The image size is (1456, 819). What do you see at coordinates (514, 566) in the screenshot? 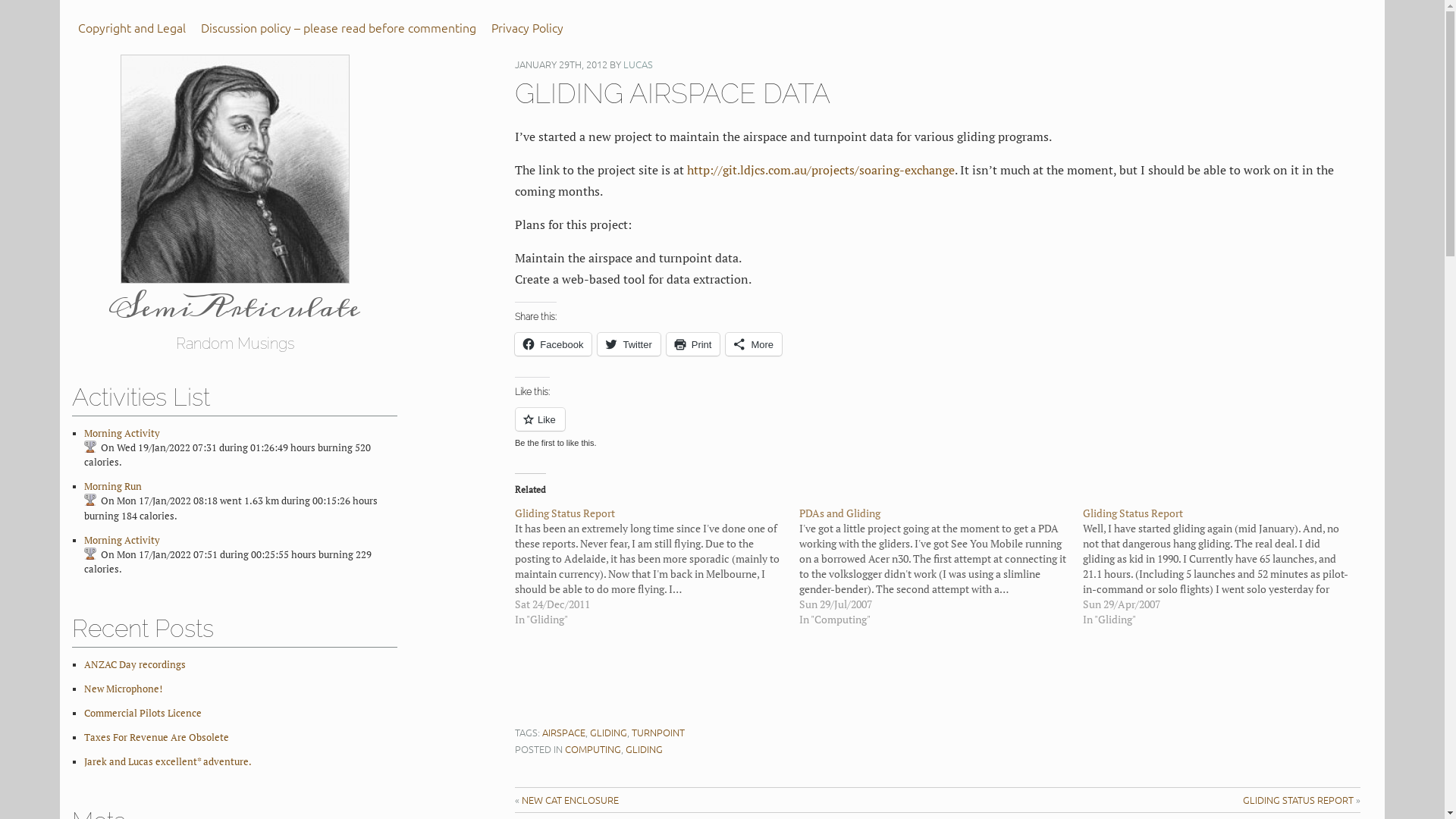
I see `'Gliding Status Report'` at bounding box center [514, 566].